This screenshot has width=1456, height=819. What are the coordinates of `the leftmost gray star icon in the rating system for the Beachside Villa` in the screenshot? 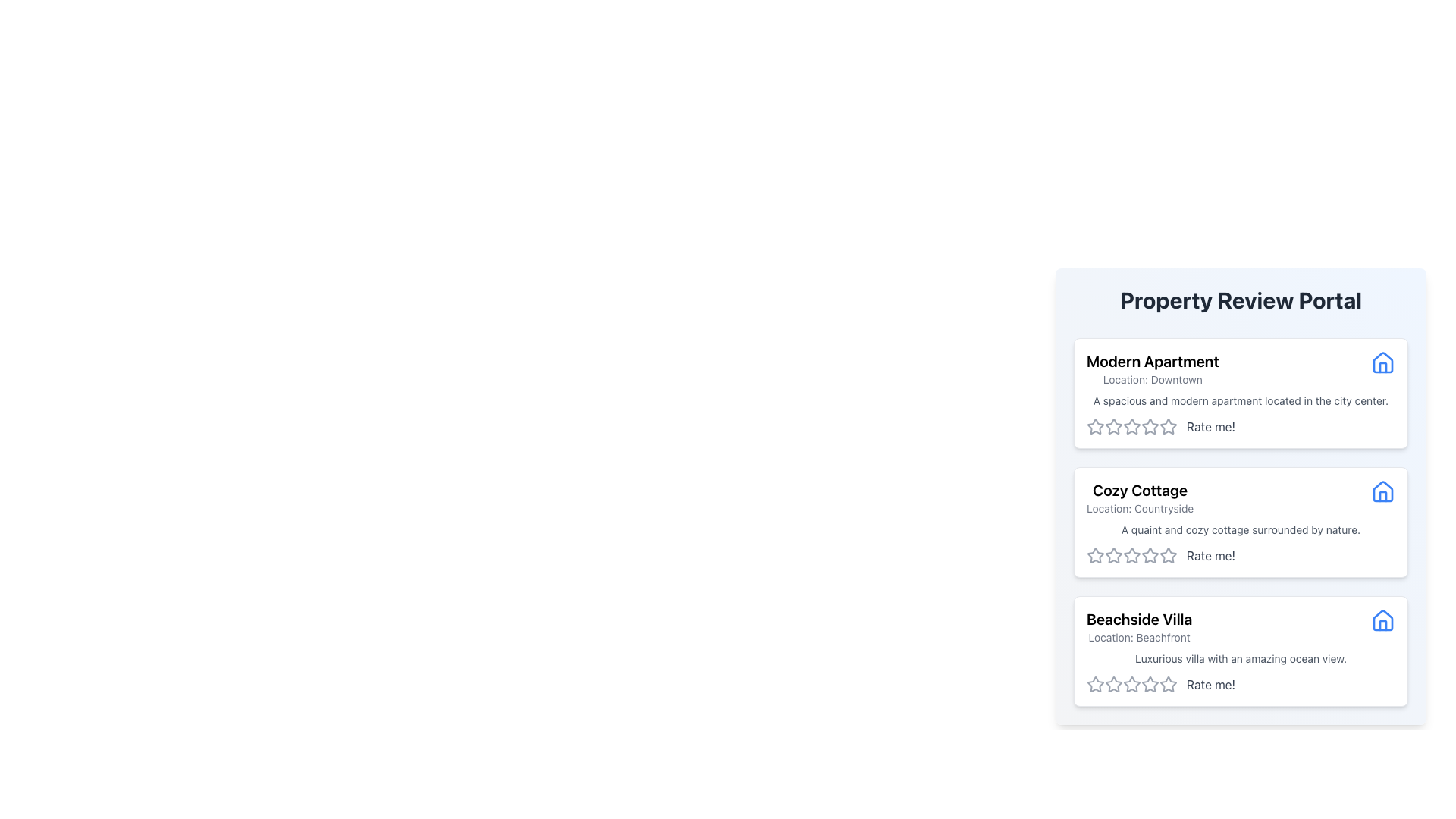 It's located at (1095, 684).